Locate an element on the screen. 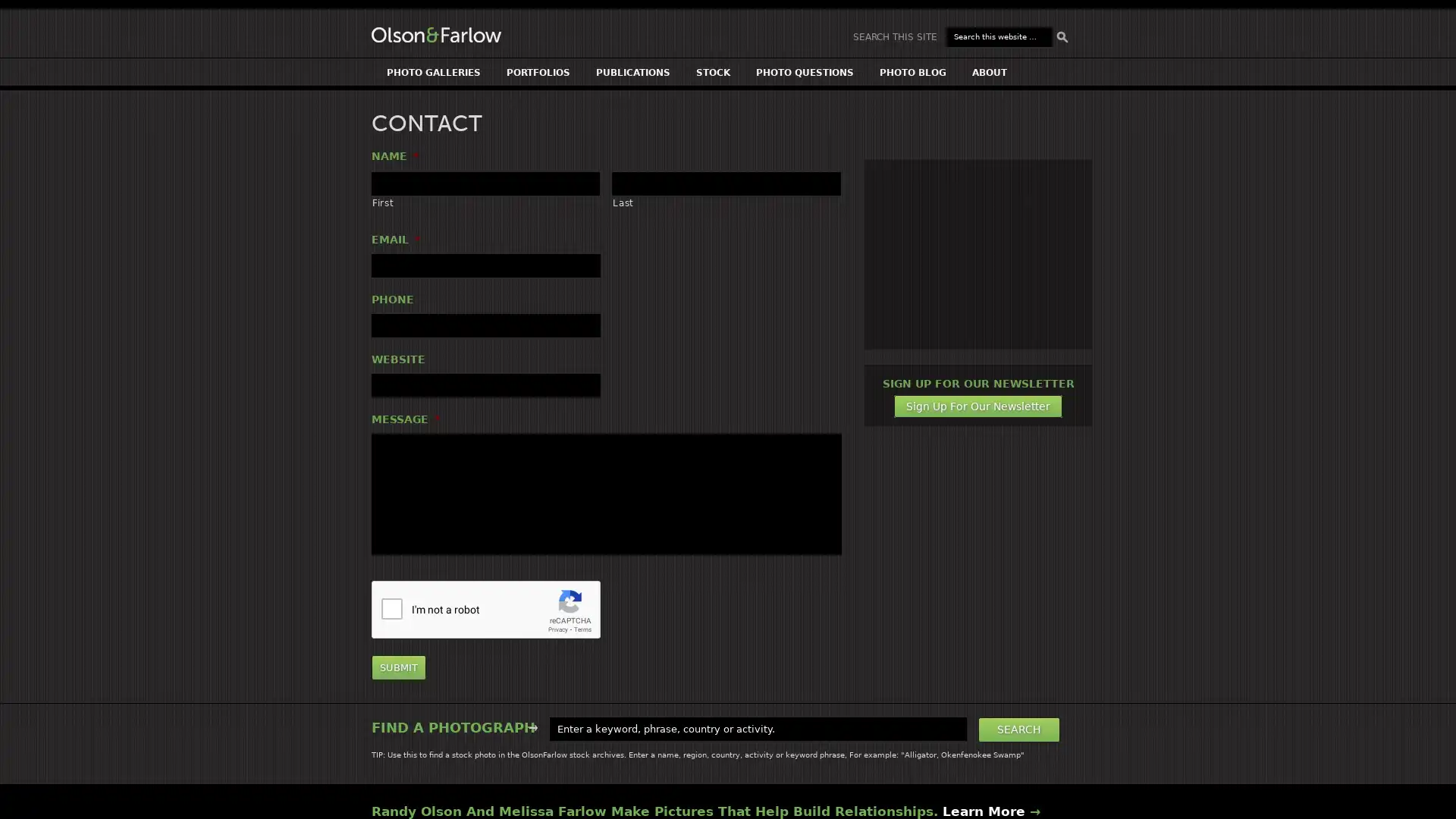 Image resolution: width=1456 pixels, height=819 pixels. Search is located at coordinates (1062, 36).